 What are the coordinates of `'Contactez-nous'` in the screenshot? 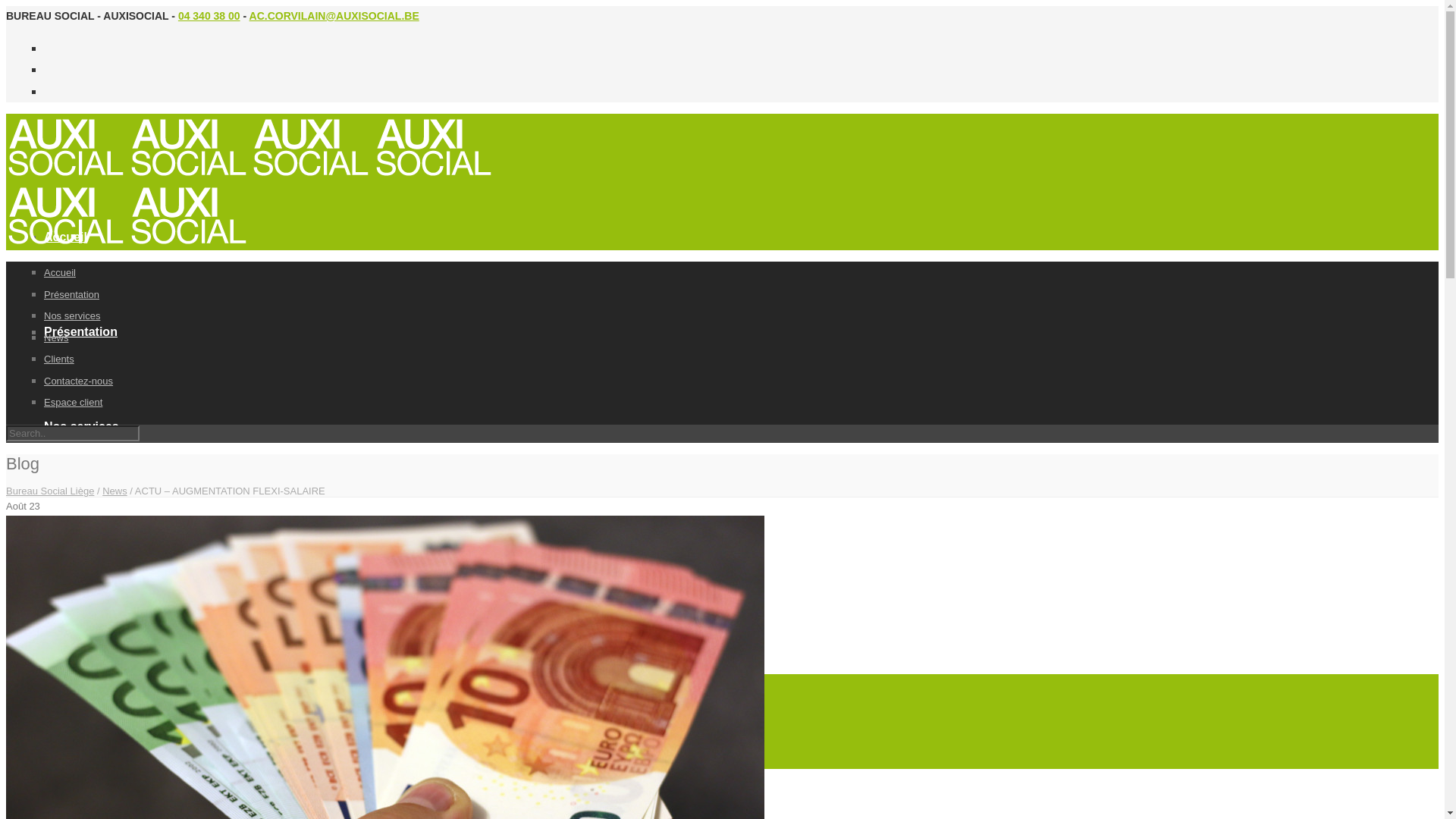 It's located at (89, 711).